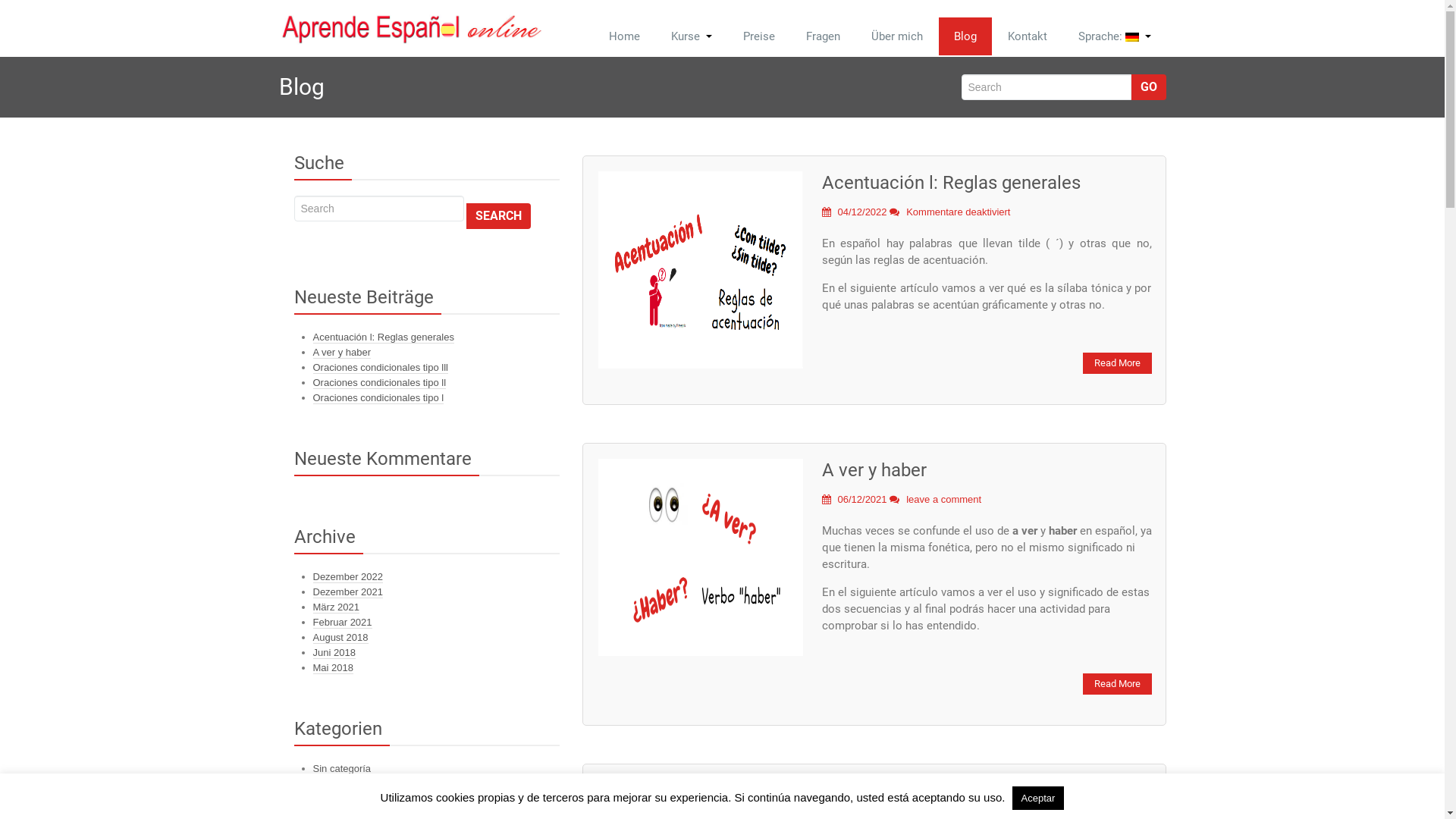 This screenshot has width=1456, height=819. I want to click on 'Juni 2018', so click(312, 651).